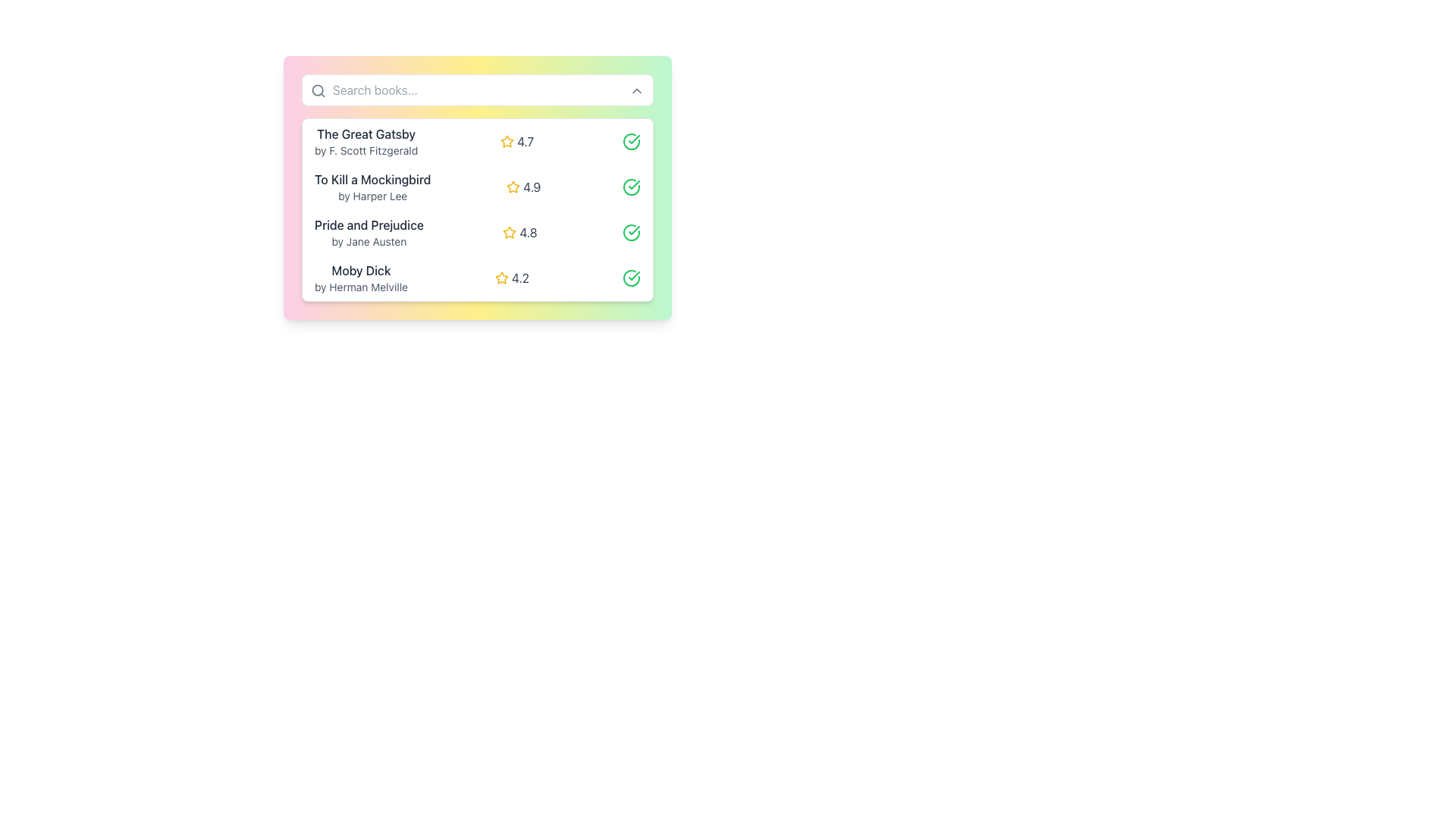 The width and height of the screenshot is (1456, 819). What do you see at coordinates (520, 278) in the screenshot?
I see `the text label displaying the numeric value '4.2', which is styled in gray font and positioned adjacent to a yellow star icon, indicating a rating context` at bounding box center [520, 278].